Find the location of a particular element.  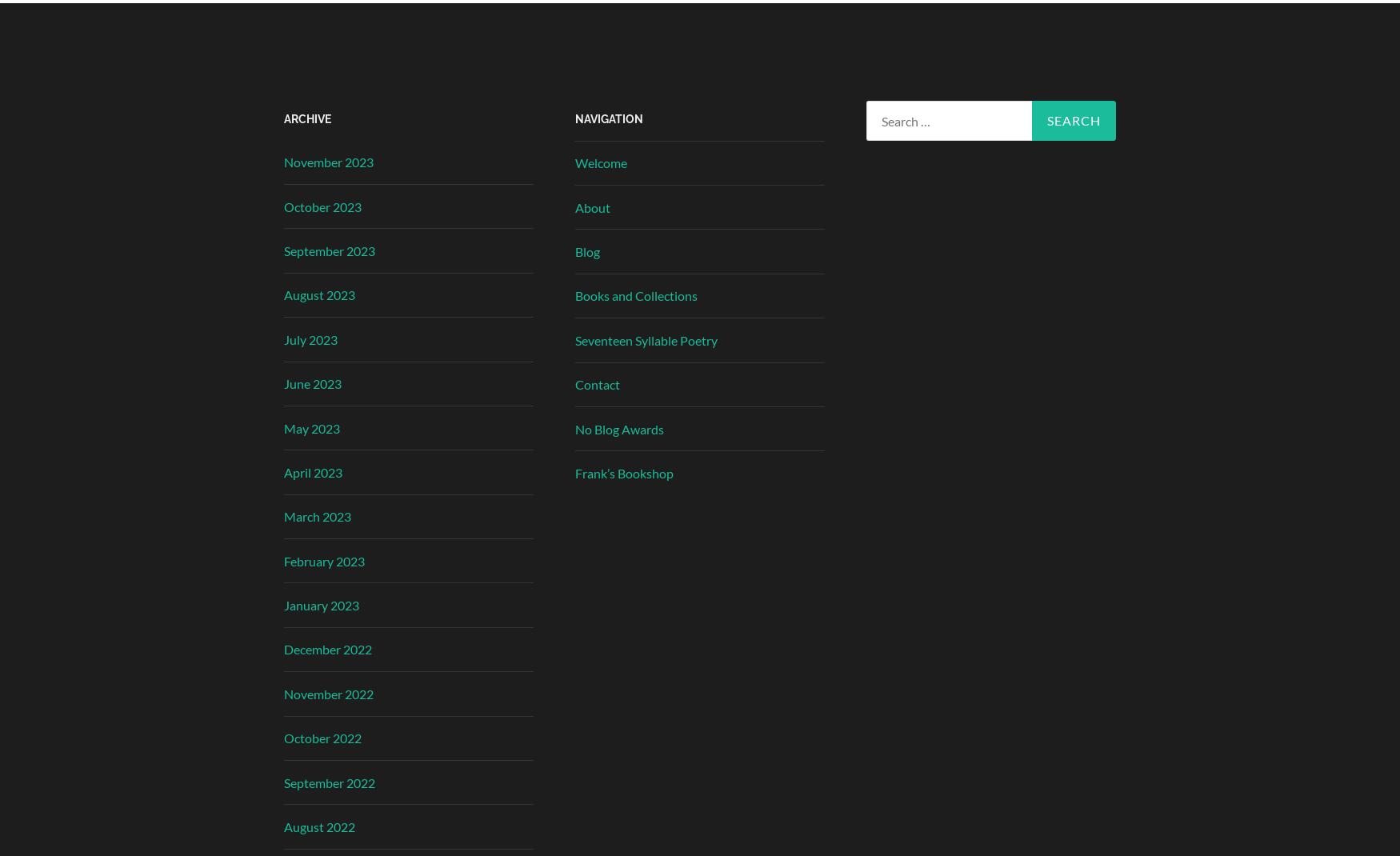

'October 2022' is located at coordinates (322, 737).